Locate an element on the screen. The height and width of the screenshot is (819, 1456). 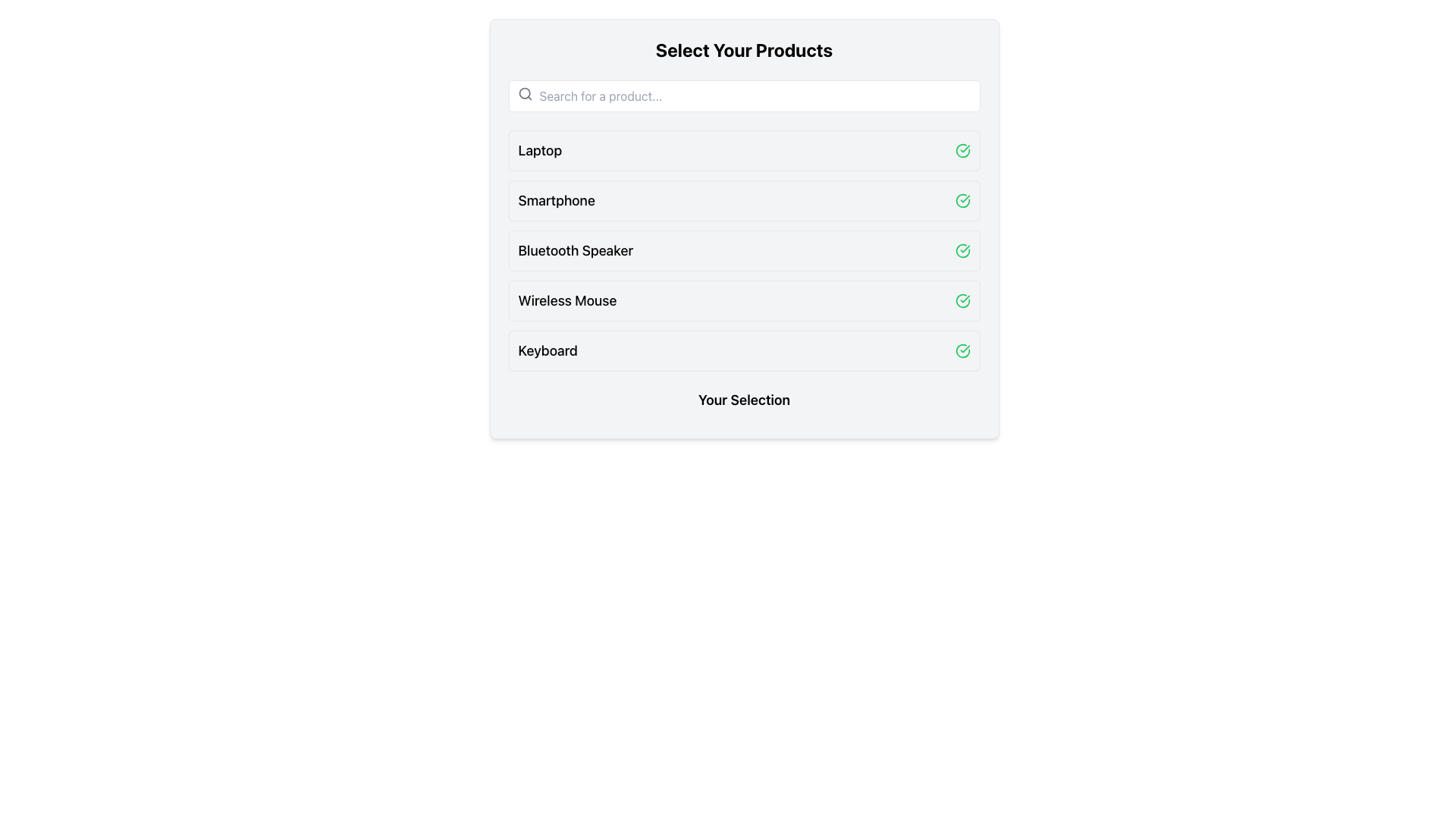
the Text label that provides contextual information for the product item located in the third item of the vertical list under 'Select Your Products', specifically positioned below 'Smartphone' and above 'Wireless Mouse' is located at coordinates (575, 250).